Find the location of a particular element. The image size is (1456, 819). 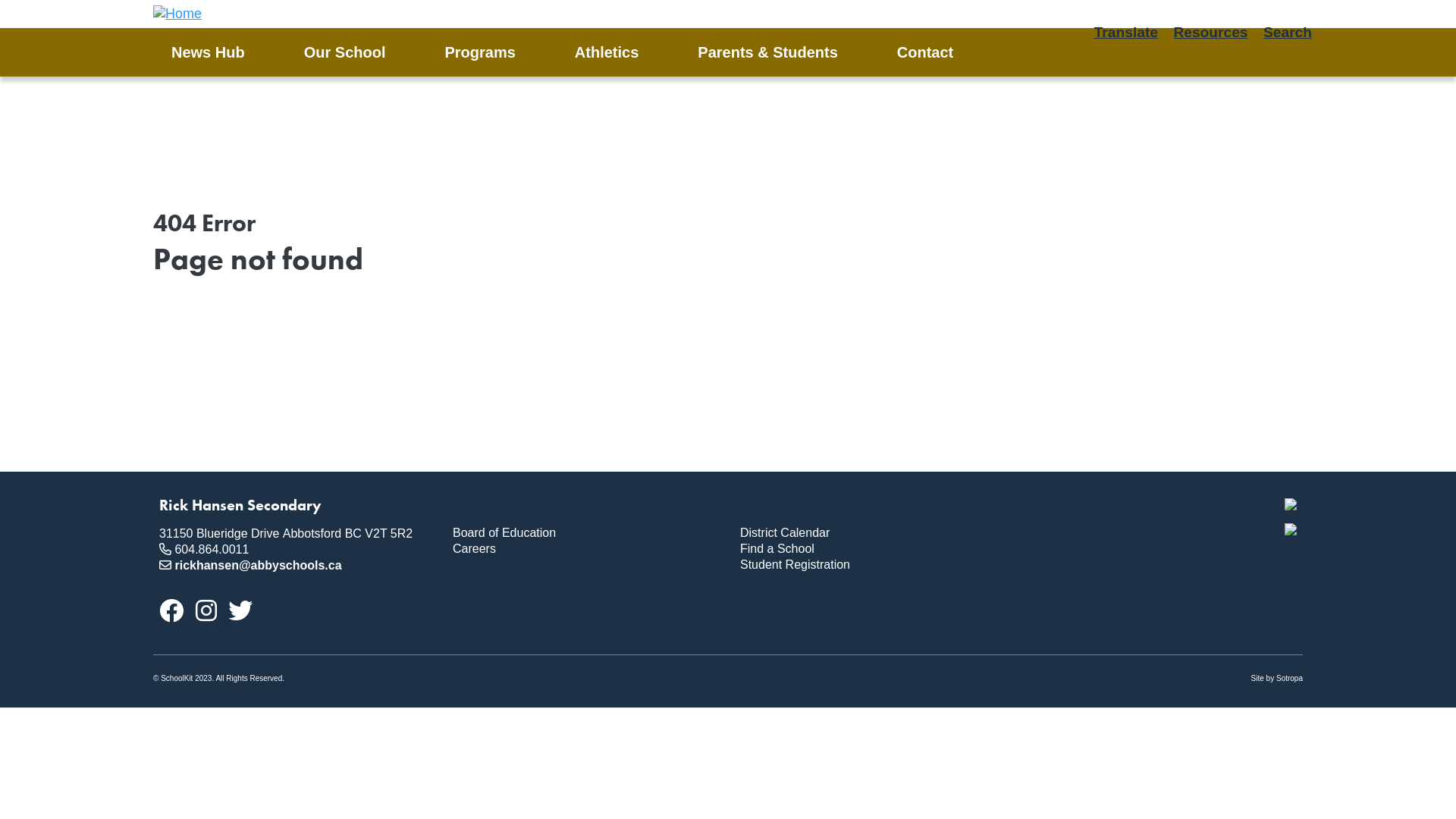

'604.864.0011' is located at coordinates (210, 549).